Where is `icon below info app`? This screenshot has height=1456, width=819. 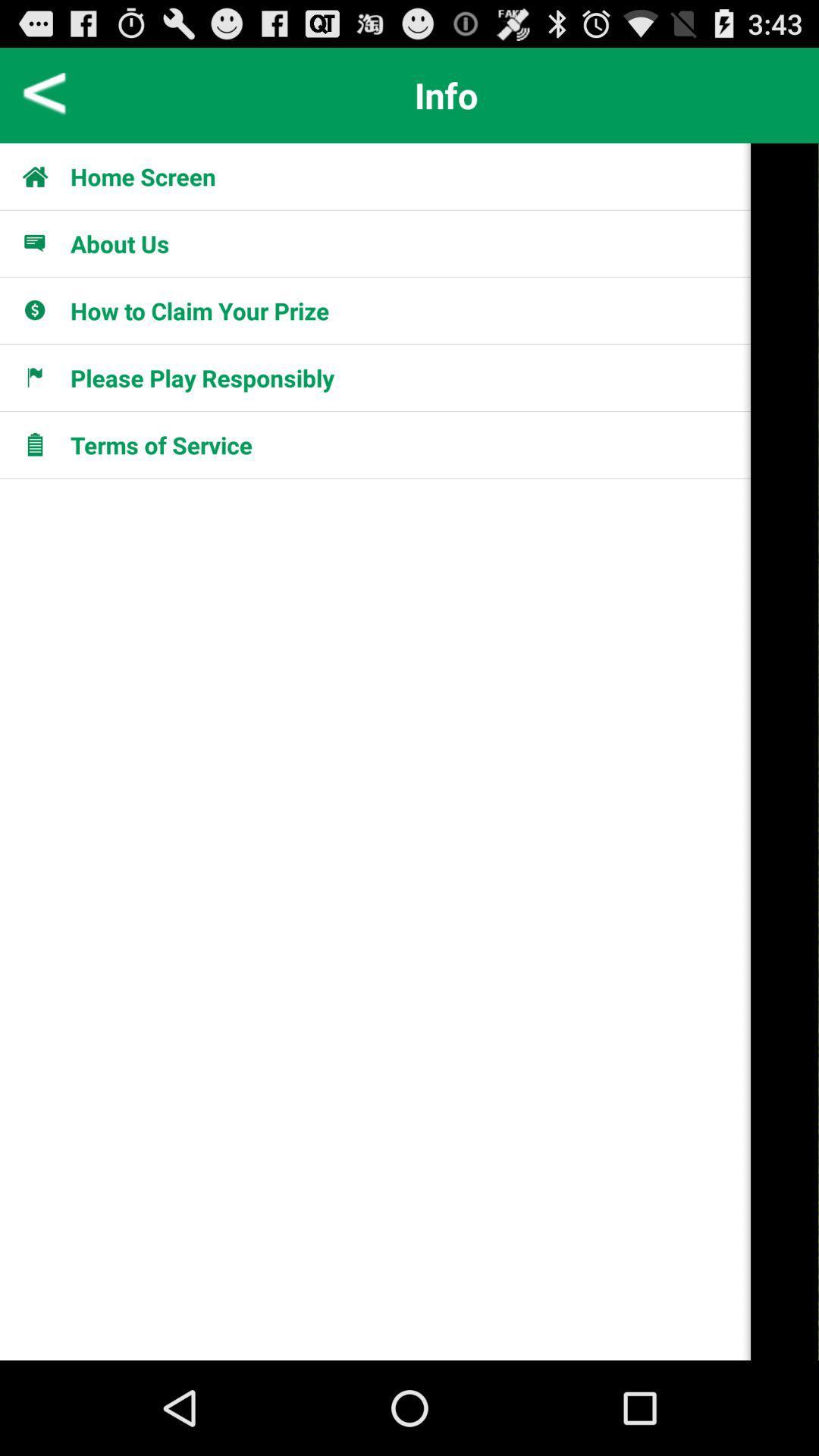 icon below info app is located at coordinates (143, 176).